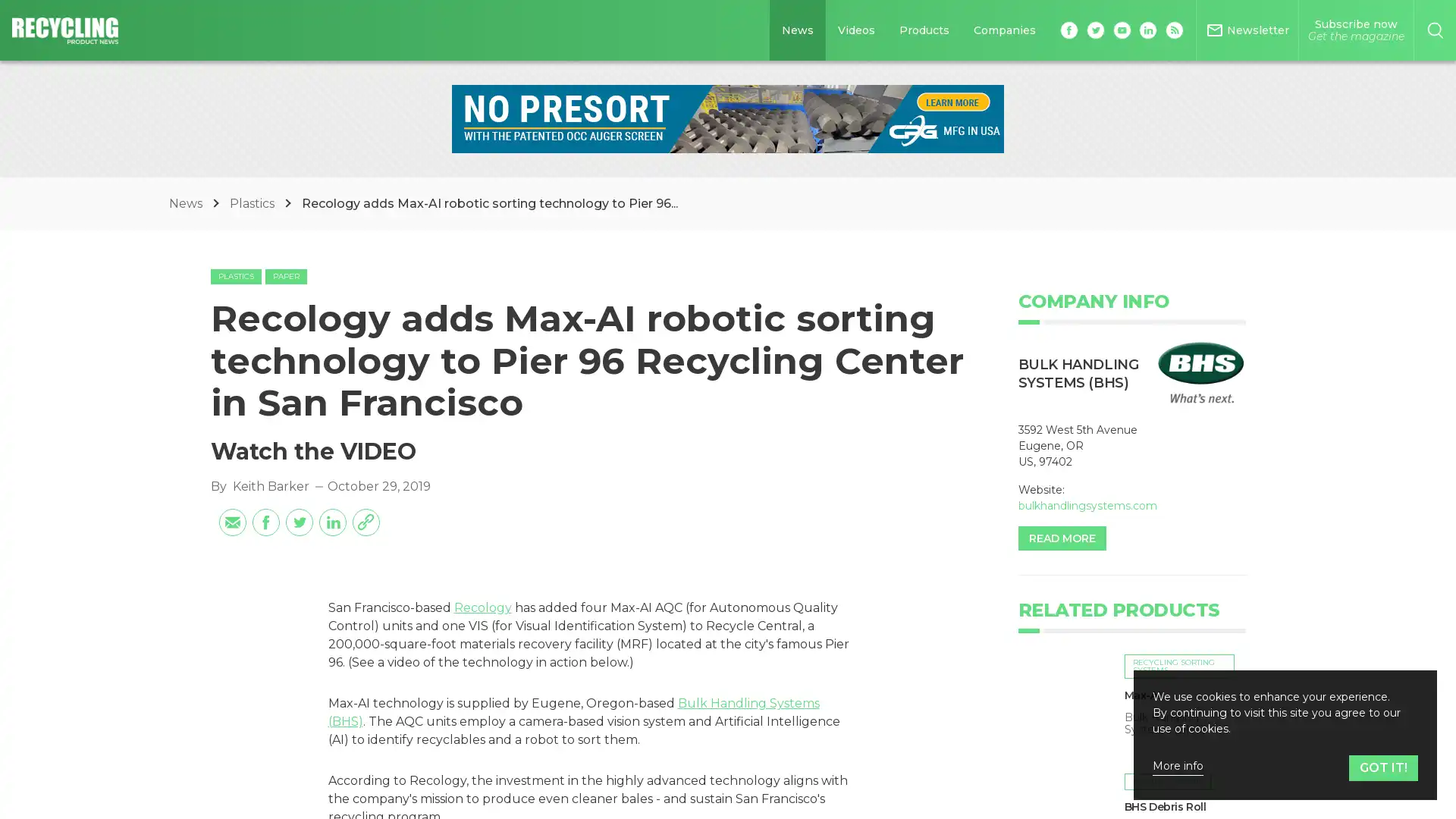 Image resolution: width=1456 pixels, height=819 pixels. I want to click on GOT IT!, so click(1383, 767).